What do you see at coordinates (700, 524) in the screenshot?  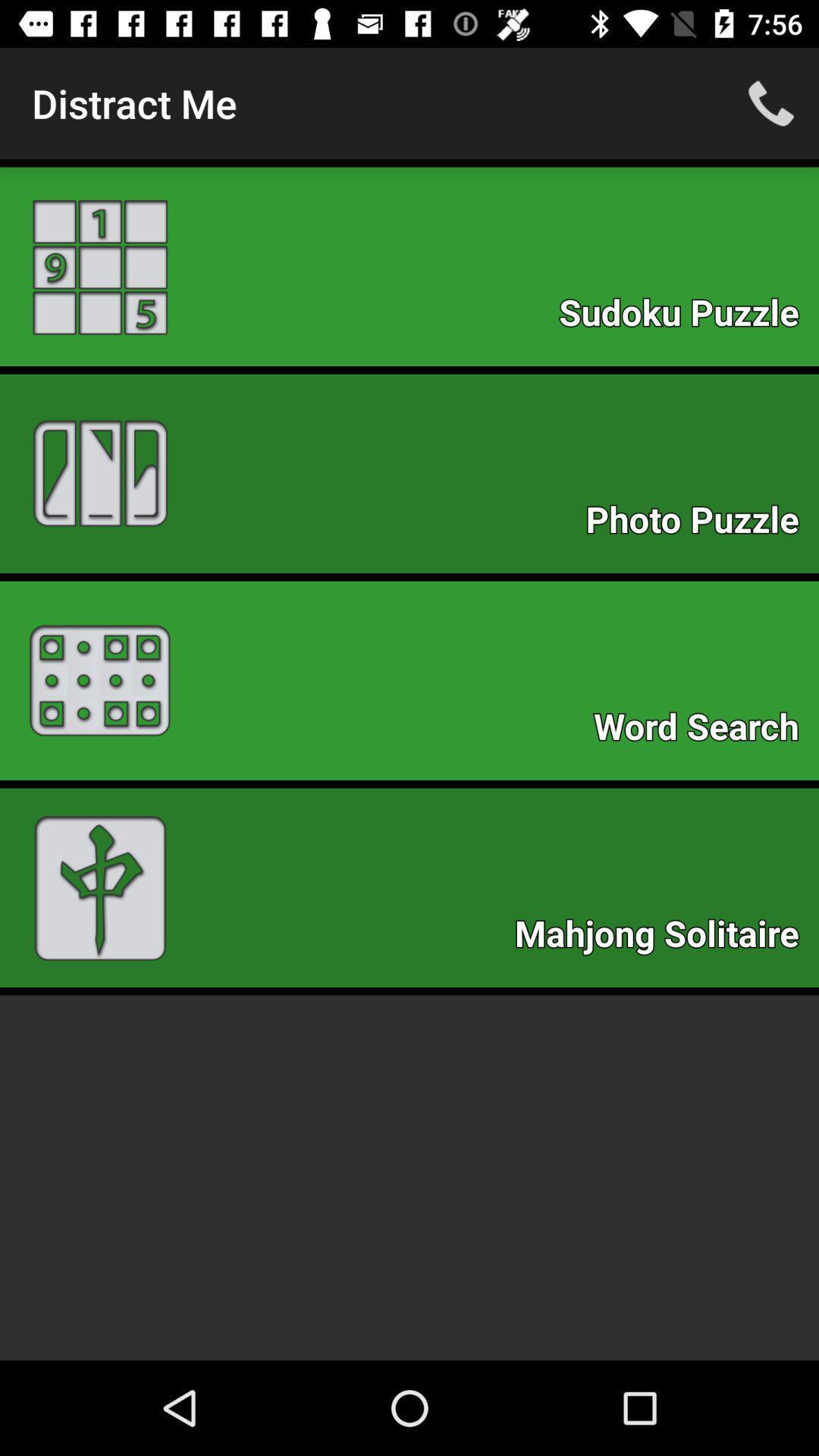 I see `the item below sudoku puzzle icon` at bounding box center [700, 524].